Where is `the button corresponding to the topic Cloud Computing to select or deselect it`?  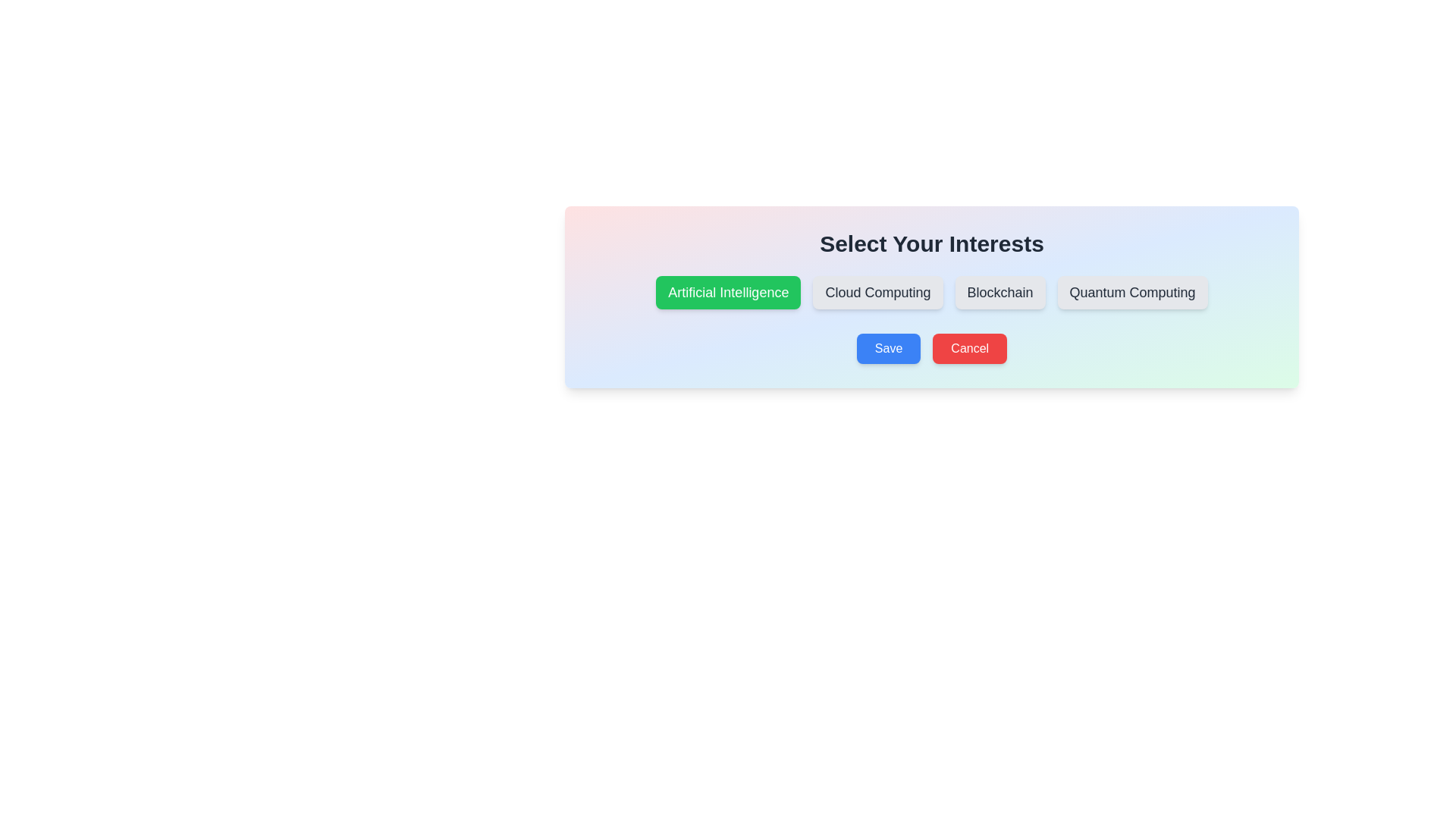 the button corresponding to the topic Cloud Computing to select or deselect it is located at coordinates (877, 292).